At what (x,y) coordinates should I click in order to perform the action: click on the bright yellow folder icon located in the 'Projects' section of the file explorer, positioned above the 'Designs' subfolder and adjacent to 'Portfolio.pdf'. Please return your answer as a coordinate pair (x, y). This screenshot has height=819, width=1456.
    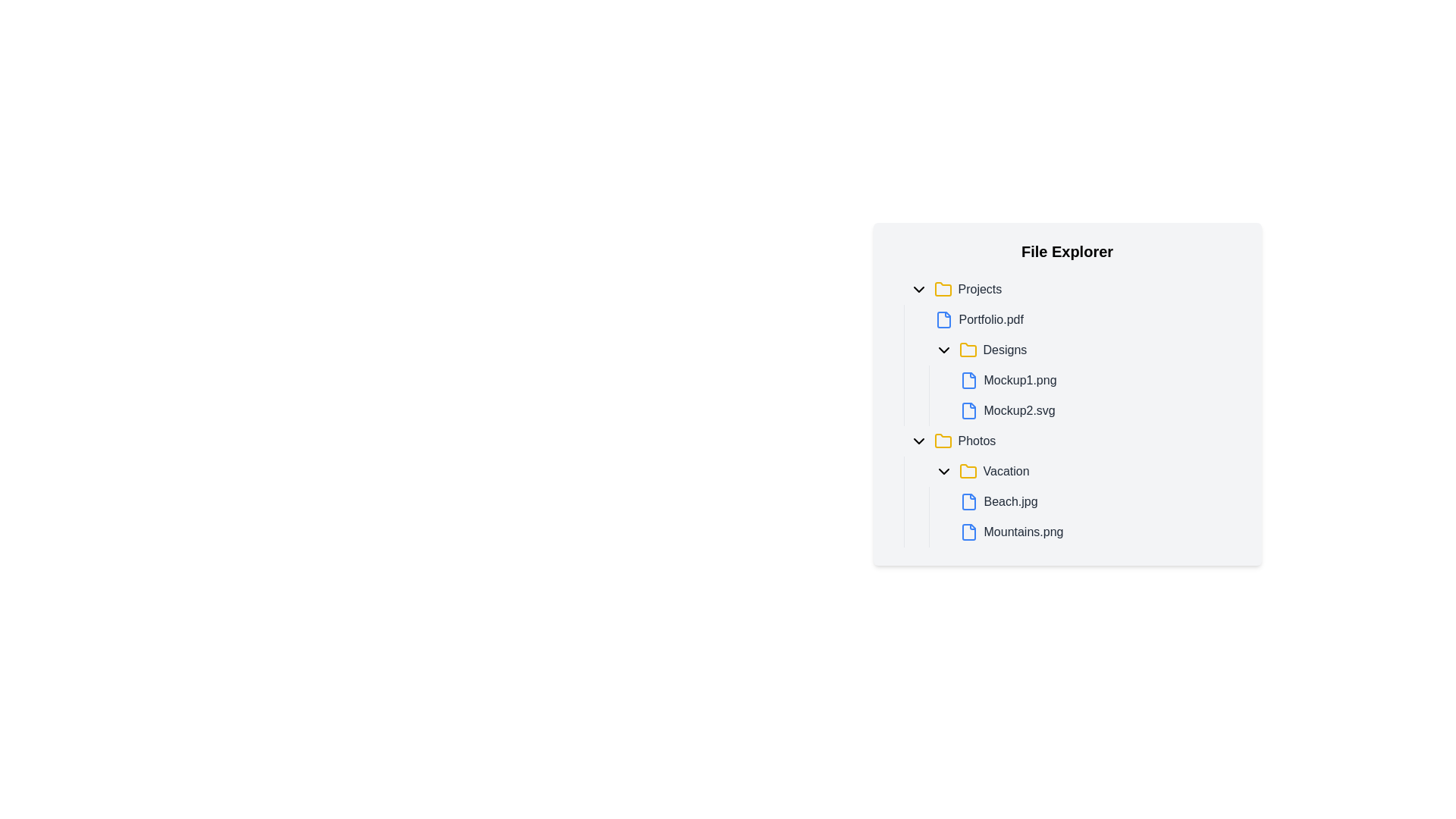
    Looking at the image, I should click on (942, 289).